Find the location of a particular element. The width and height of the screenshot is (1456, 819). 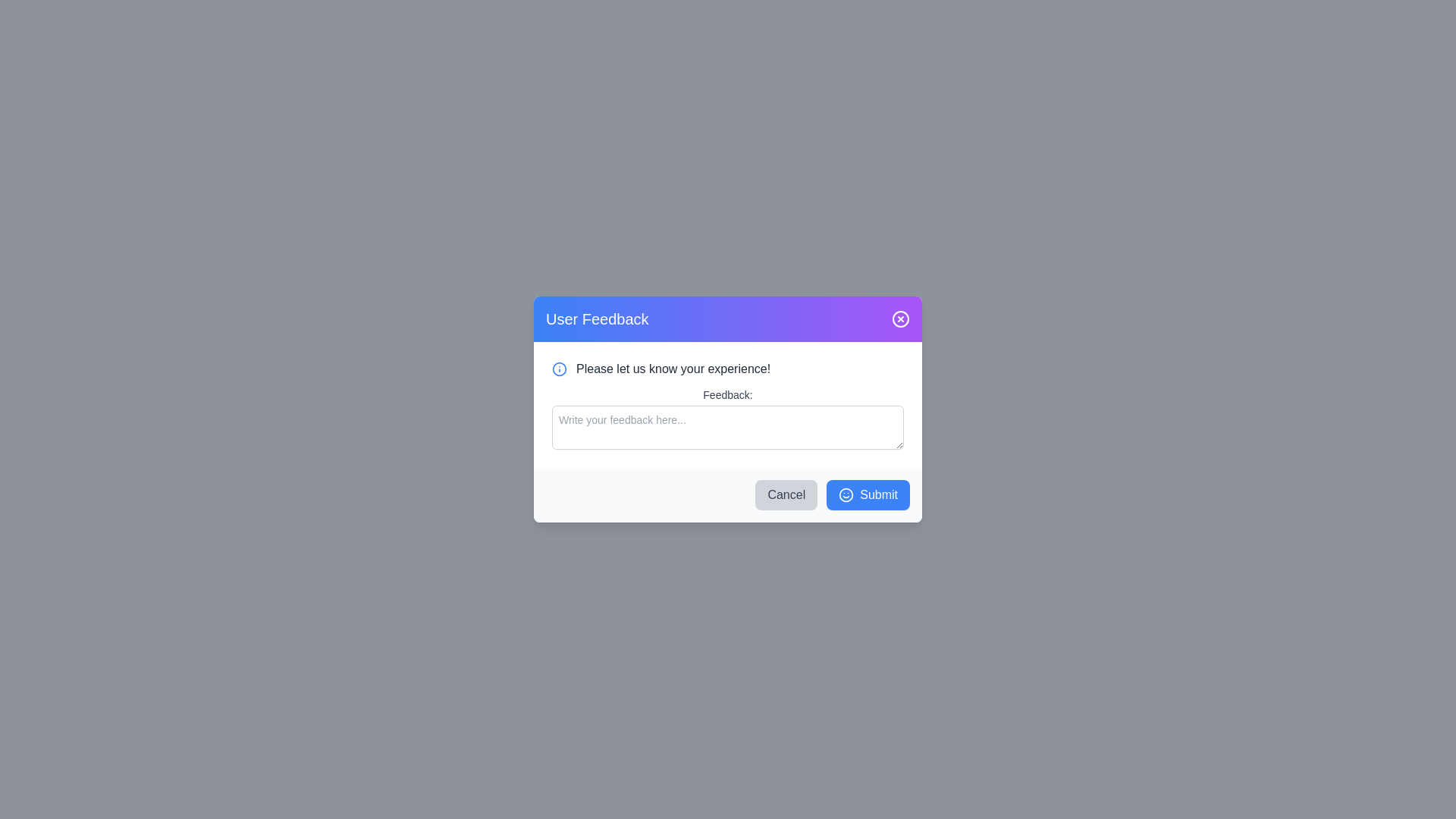

the Icon Graphic (SVG Circle) located near the bottom right of the modal dialog, specifically to the left of the 'Submit' button is located at coordinates (846, 494).